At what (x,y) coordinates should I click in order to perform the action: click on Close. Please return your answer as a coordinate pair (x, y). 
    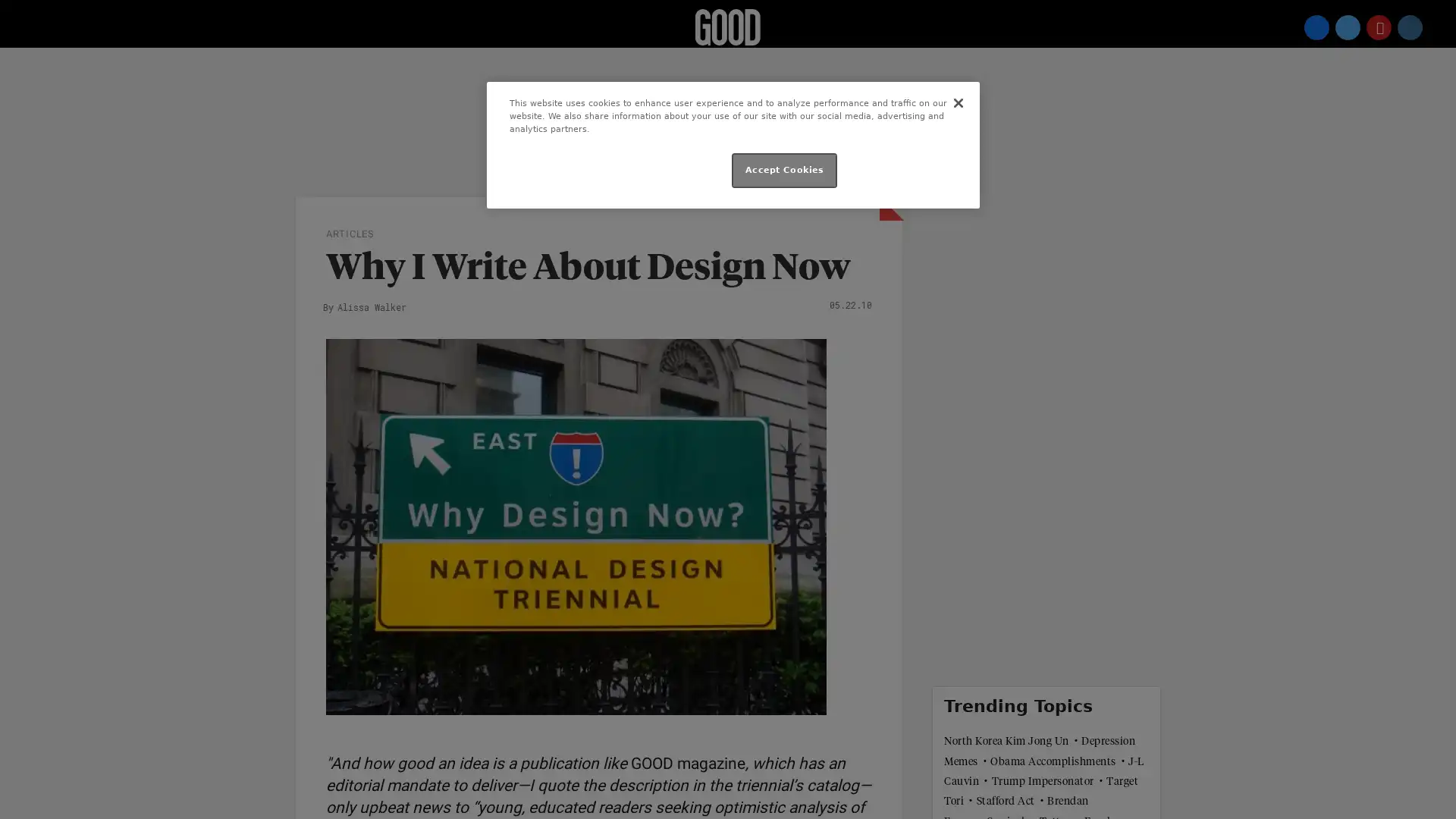
    Looking at the image, I should click on (957, 102).